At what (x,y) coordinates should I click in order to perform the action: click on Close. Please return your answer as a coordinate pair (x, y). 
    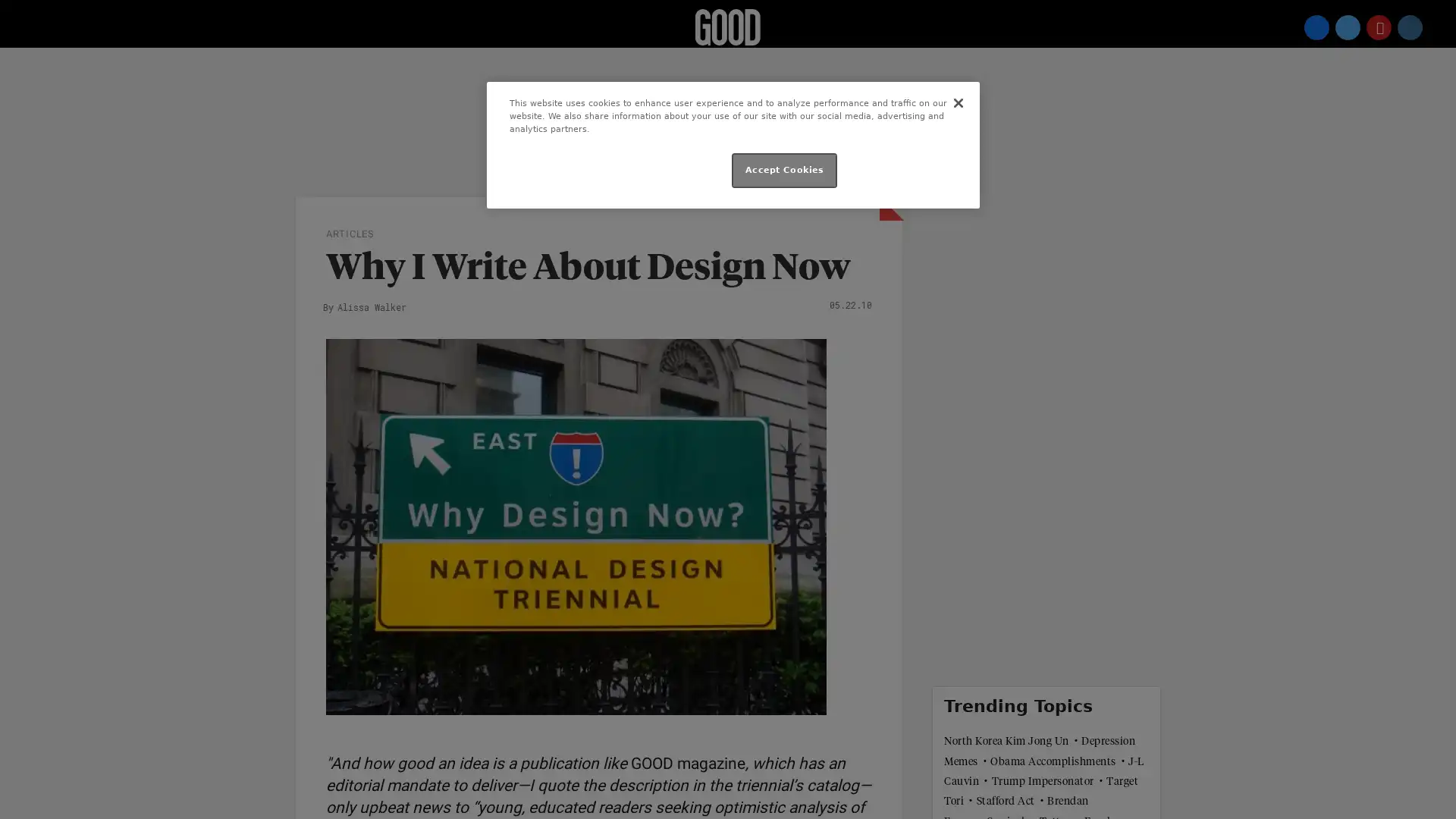
    Looking at the image, I should click on (957, 102).